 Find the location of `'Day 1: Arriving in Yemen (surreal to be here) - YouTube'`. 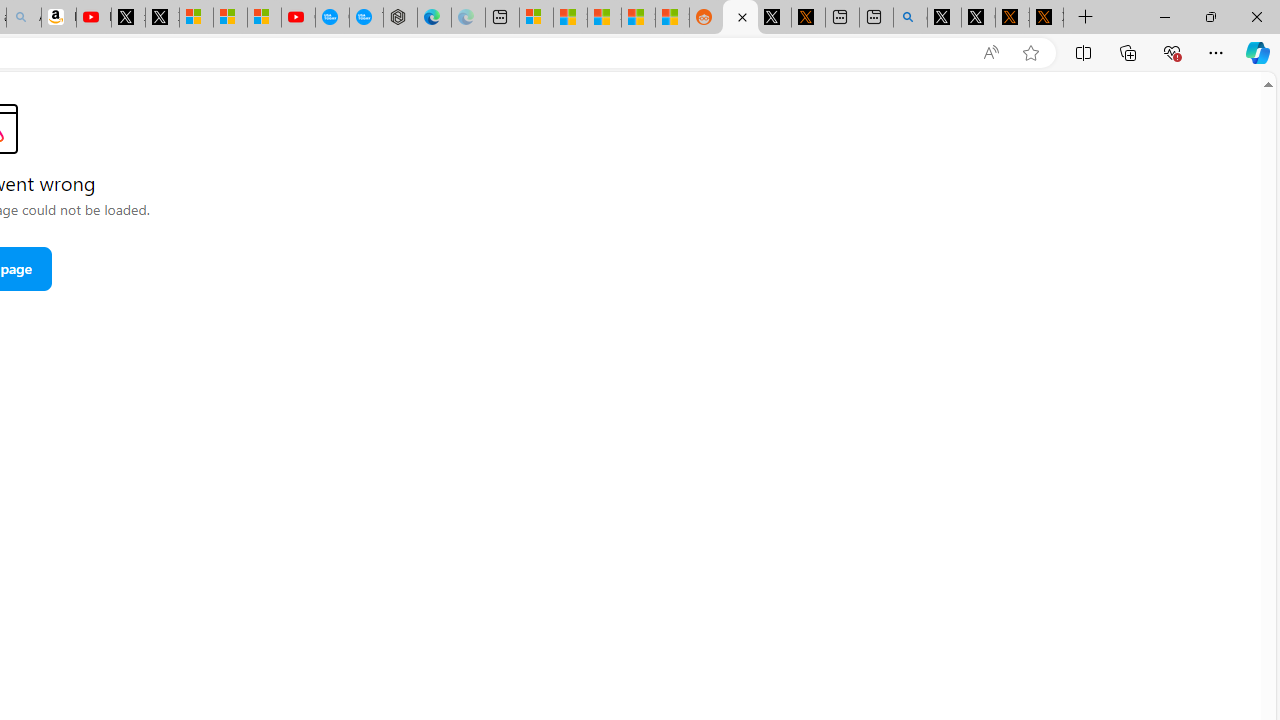

'Day 1: Arriving in Yemen (surreal to be here) - YouTube' is located at coordinates (93, 17).